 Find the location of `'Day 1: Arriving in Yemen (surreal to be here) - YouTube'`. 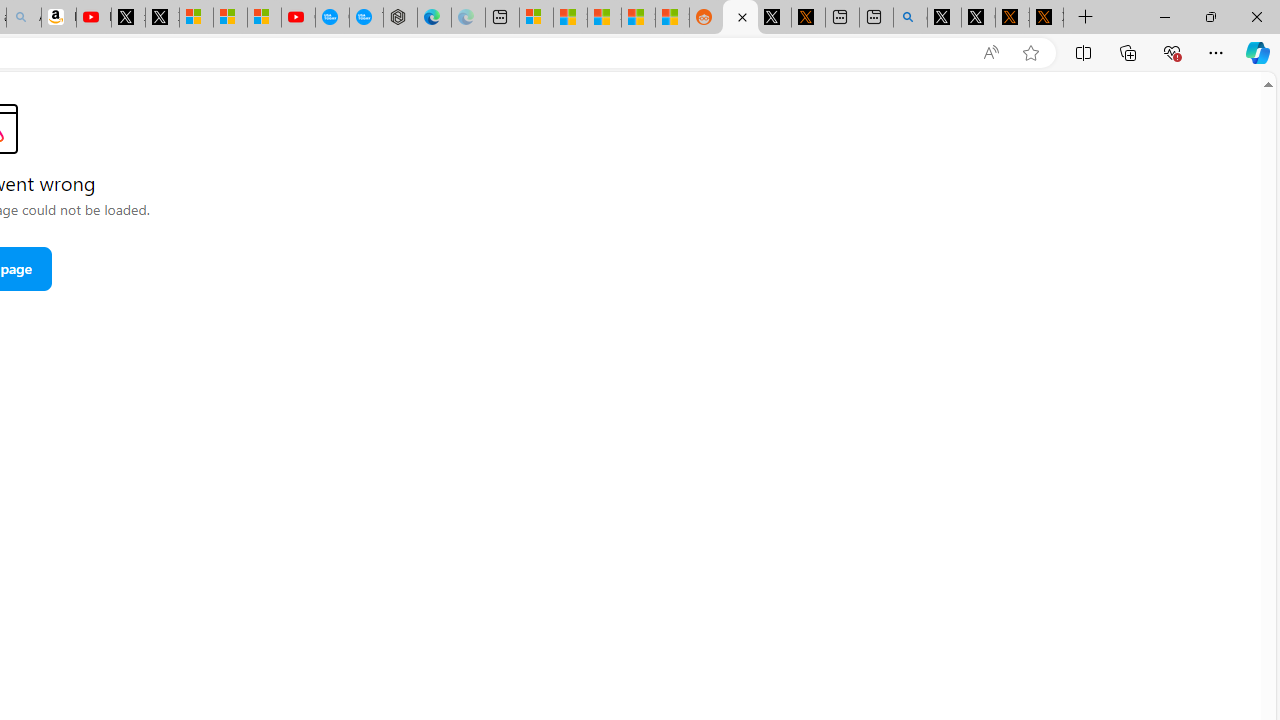

'Day 1: Arriving in Yemen (surreal to be here) - YouTube' is located at coordinates (93, 17).